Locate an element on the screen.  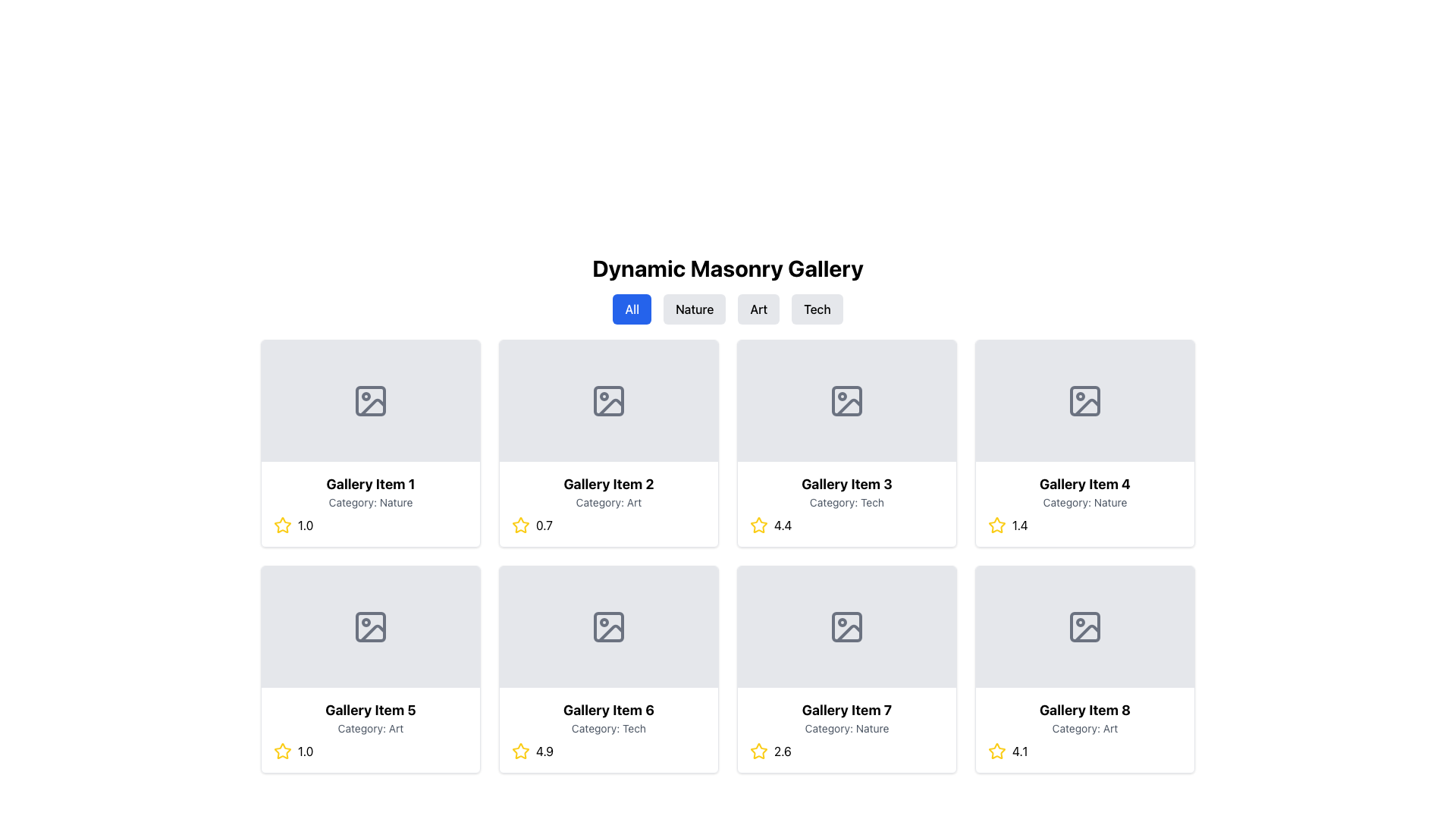
the 'Nature' button, which is the second button from the left in a row of four buttons located below the title 'Dynamic Masonry Gallery' is located at coordinates (694, 309).